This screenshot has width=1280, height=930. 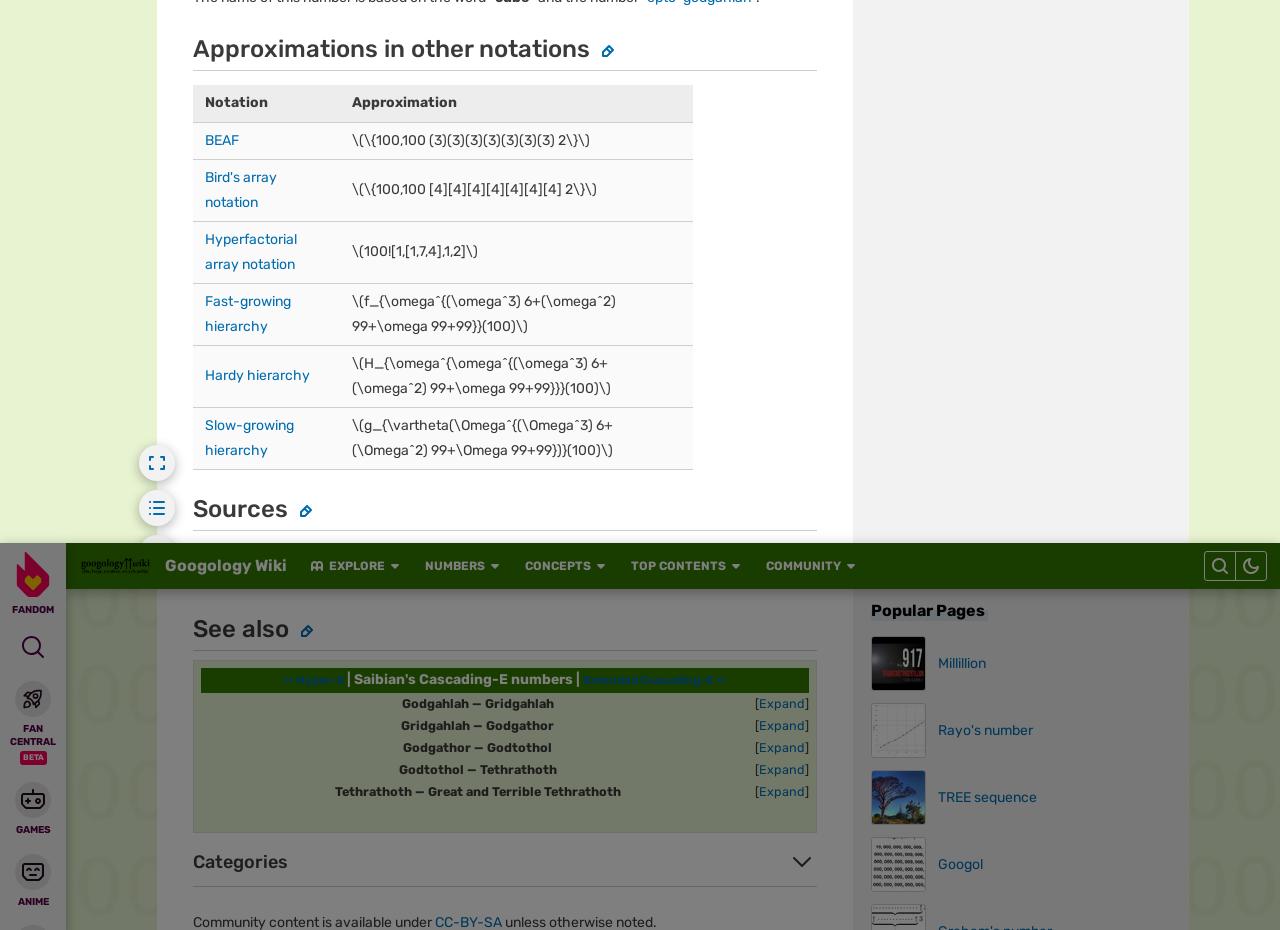 I want to click on 'Support', so click(x=708, y=28).